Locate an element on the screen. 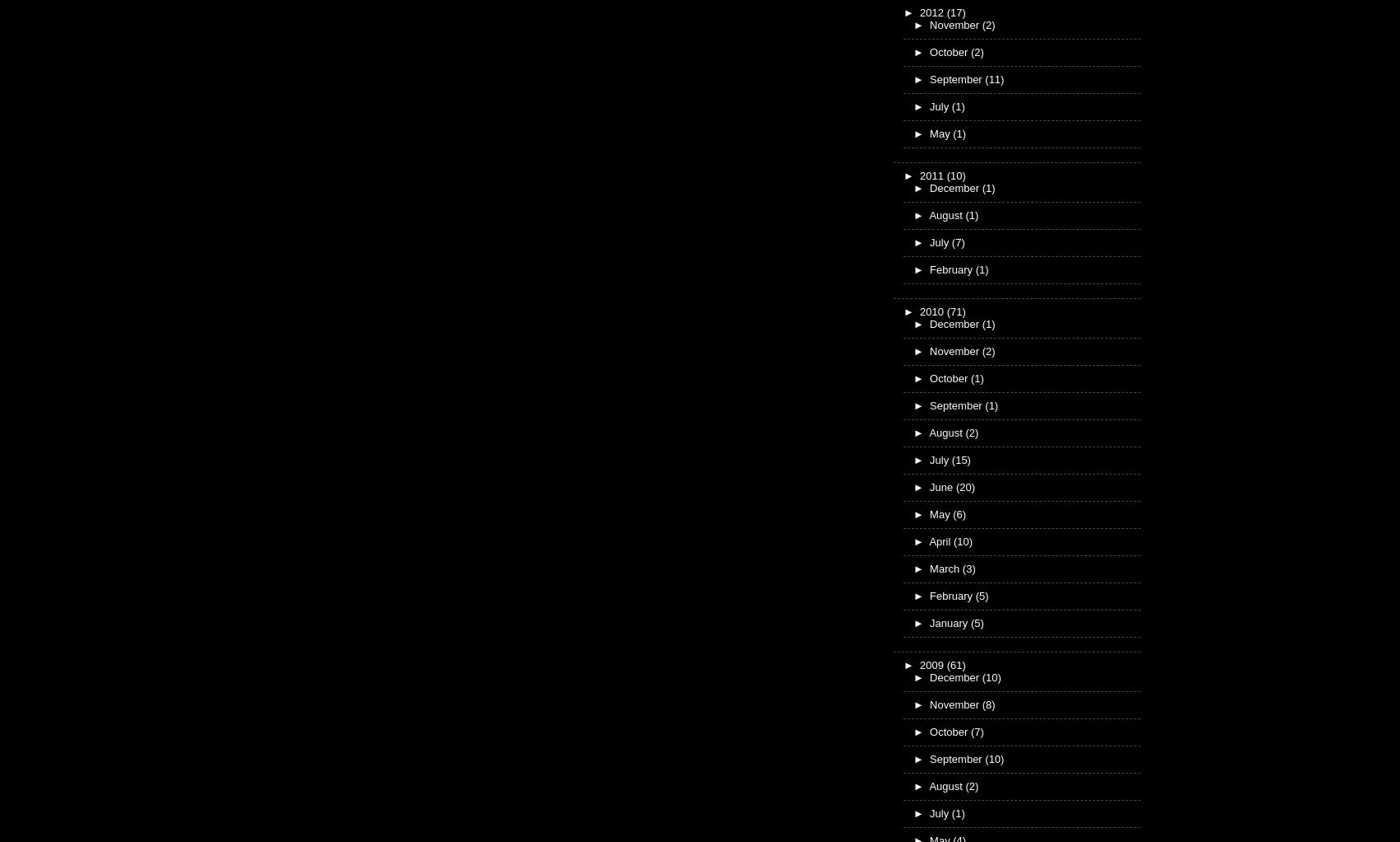 This screenshot has width=1400, height=842. '(61)' is located at coordinates (946, 663).